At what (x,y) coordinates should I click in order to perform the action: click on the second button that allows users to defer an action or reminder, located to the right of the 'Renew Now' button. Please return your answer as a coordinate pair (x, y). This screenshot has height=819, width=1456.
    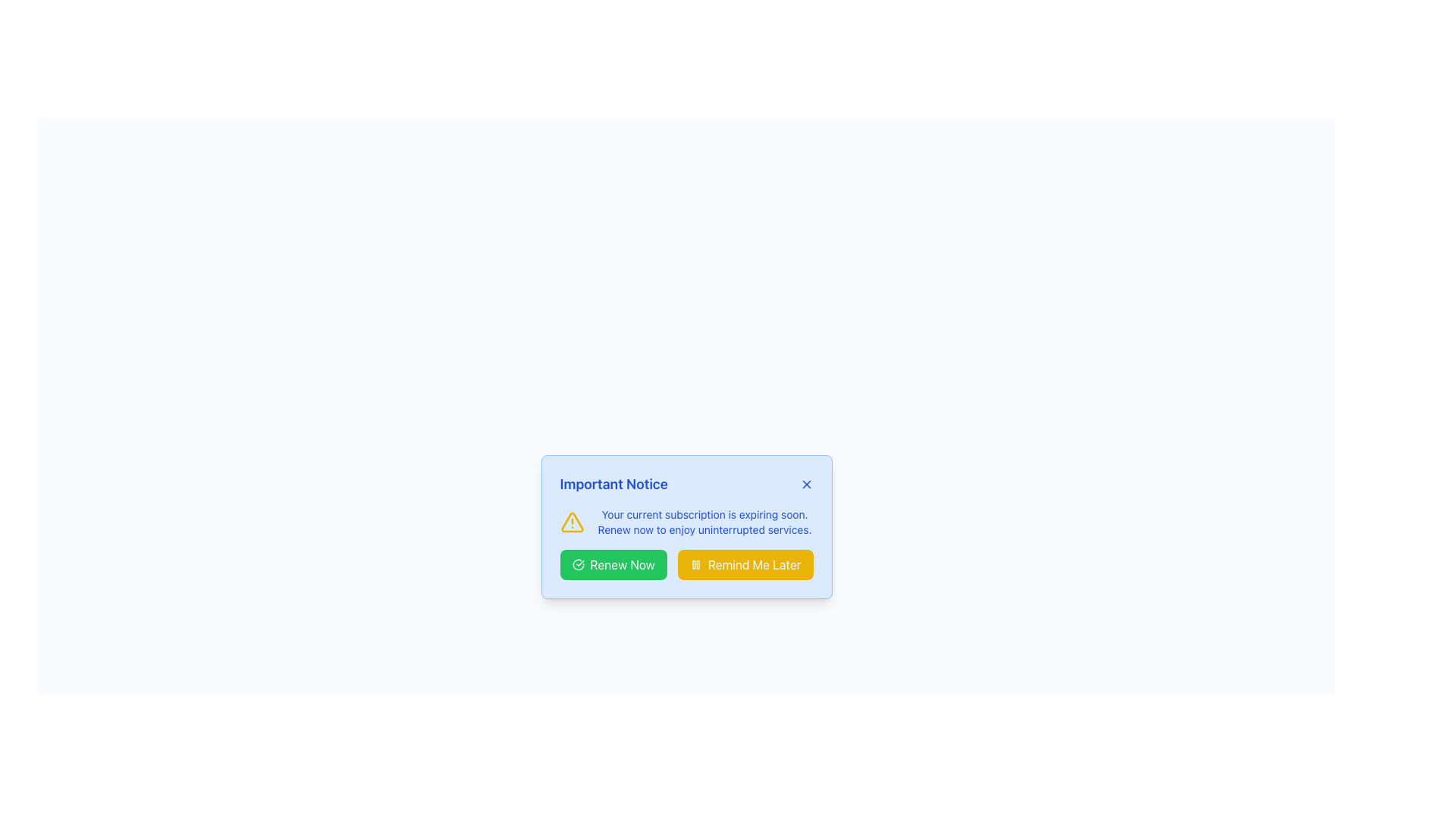
    Looking at the image, I should click on (745, 564).